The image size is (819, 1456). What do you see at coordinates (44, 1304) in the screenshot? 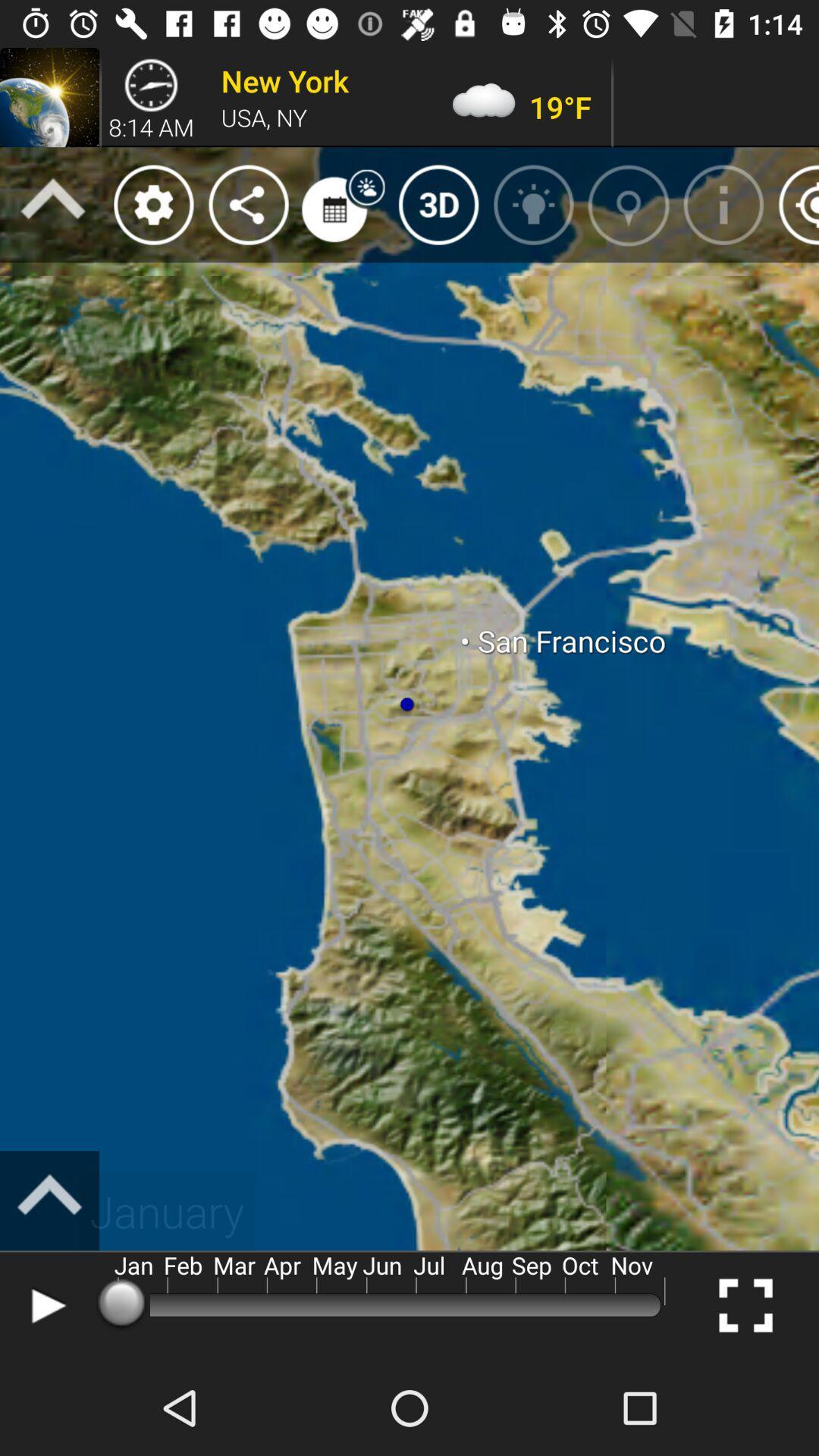
I see `the play icon` at bounding box center [44, 1304].